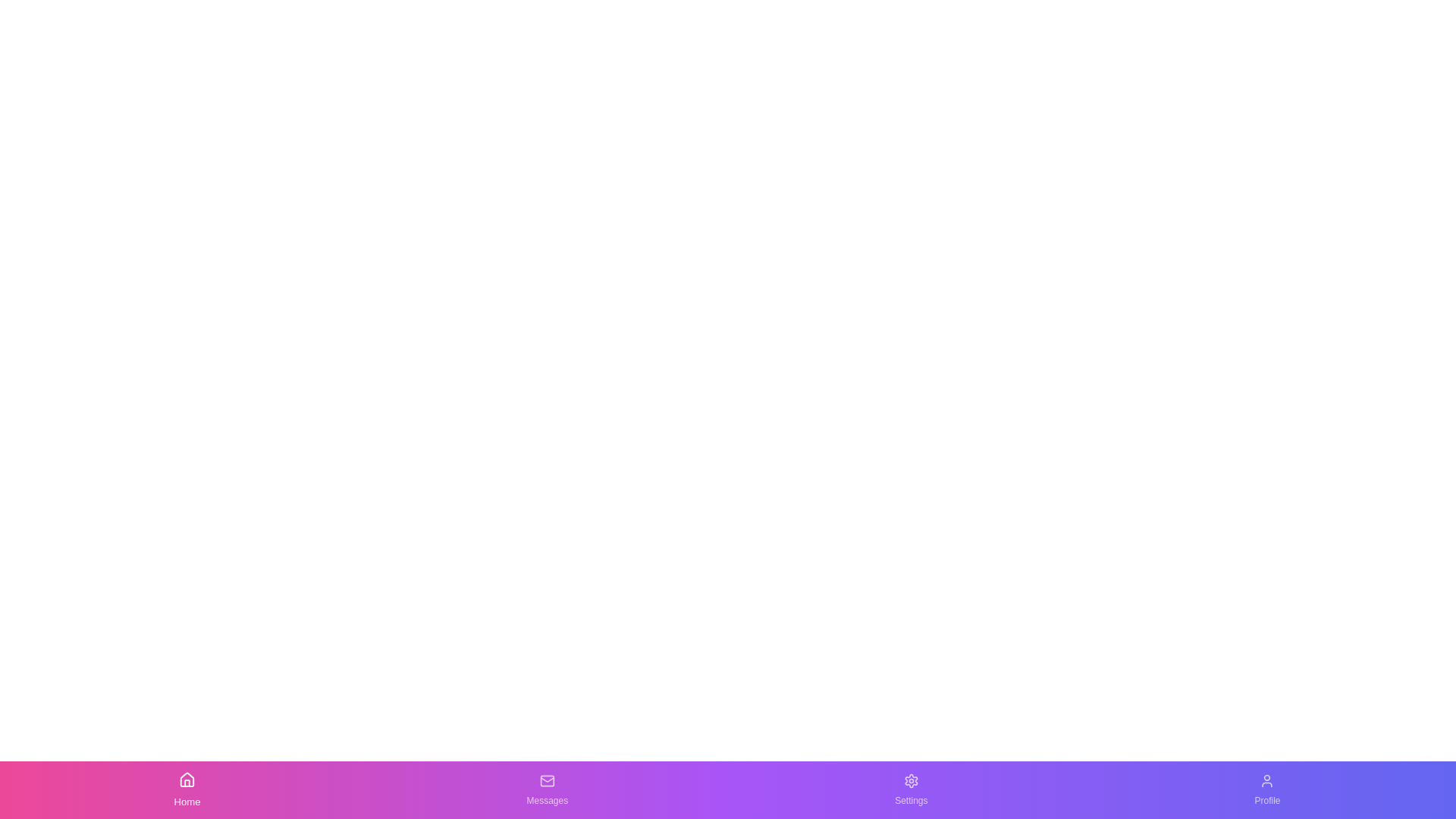 This screenshot has width=1456, height=819. Describe the element at coordinates (546, 789) in the screenshot. I see `the Messages button in the bottom navigation bar` at that location.